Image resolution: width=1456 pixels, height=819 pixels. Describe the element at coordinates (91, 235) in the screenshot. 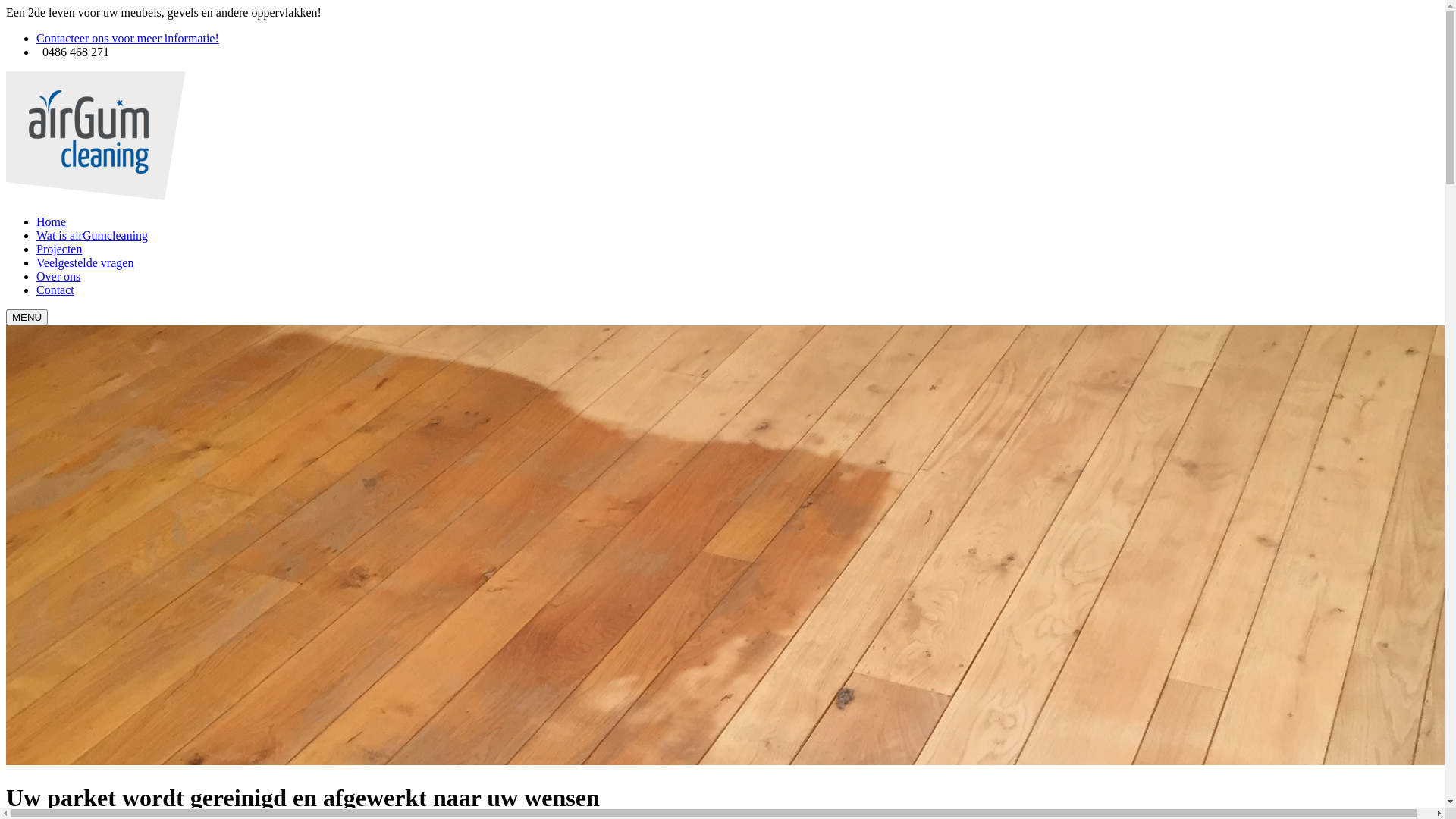

I see `'Wat is airGumcleaning'` at that location.